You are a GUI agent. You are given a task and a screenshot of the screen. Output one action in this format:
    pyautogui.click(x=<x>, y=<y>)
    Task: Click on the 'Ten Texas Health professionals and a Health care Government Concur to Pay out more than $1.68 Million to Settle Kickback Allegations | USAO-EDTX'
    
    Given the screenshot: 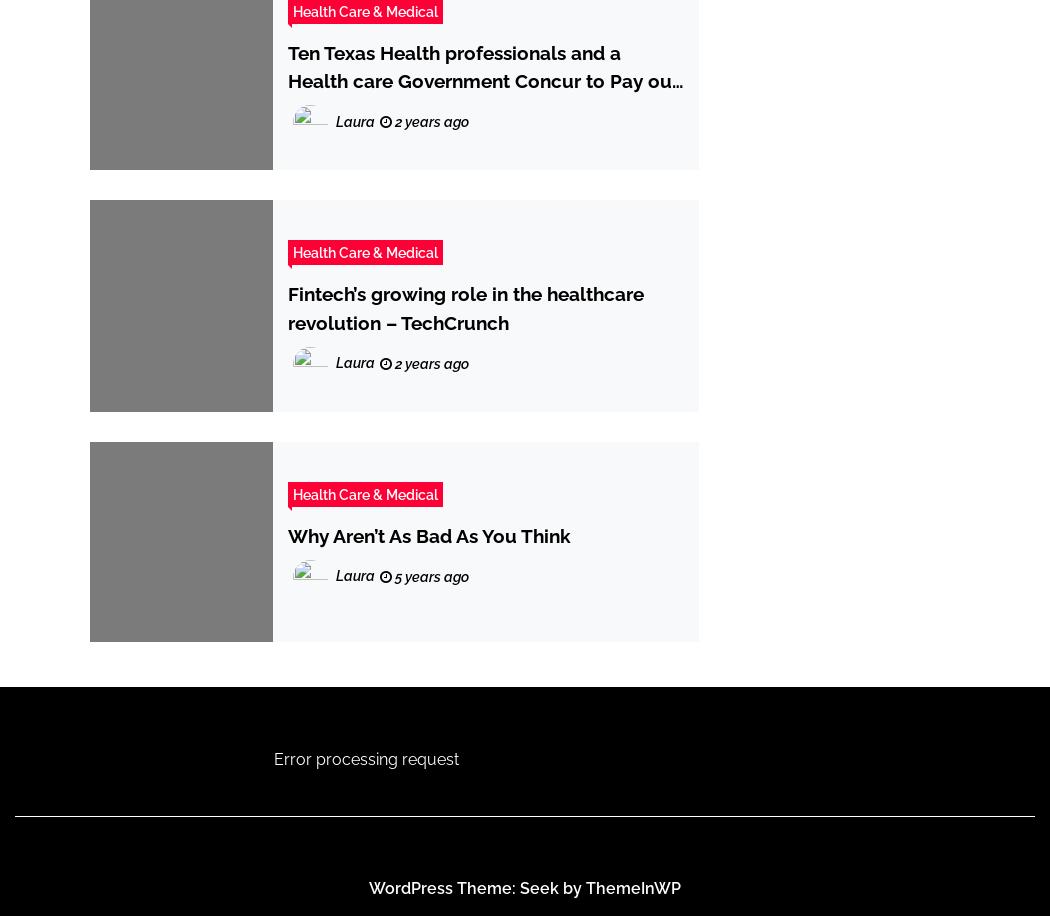 What is the action you would take?
    pyautogui.click(x=482, y=93)
    